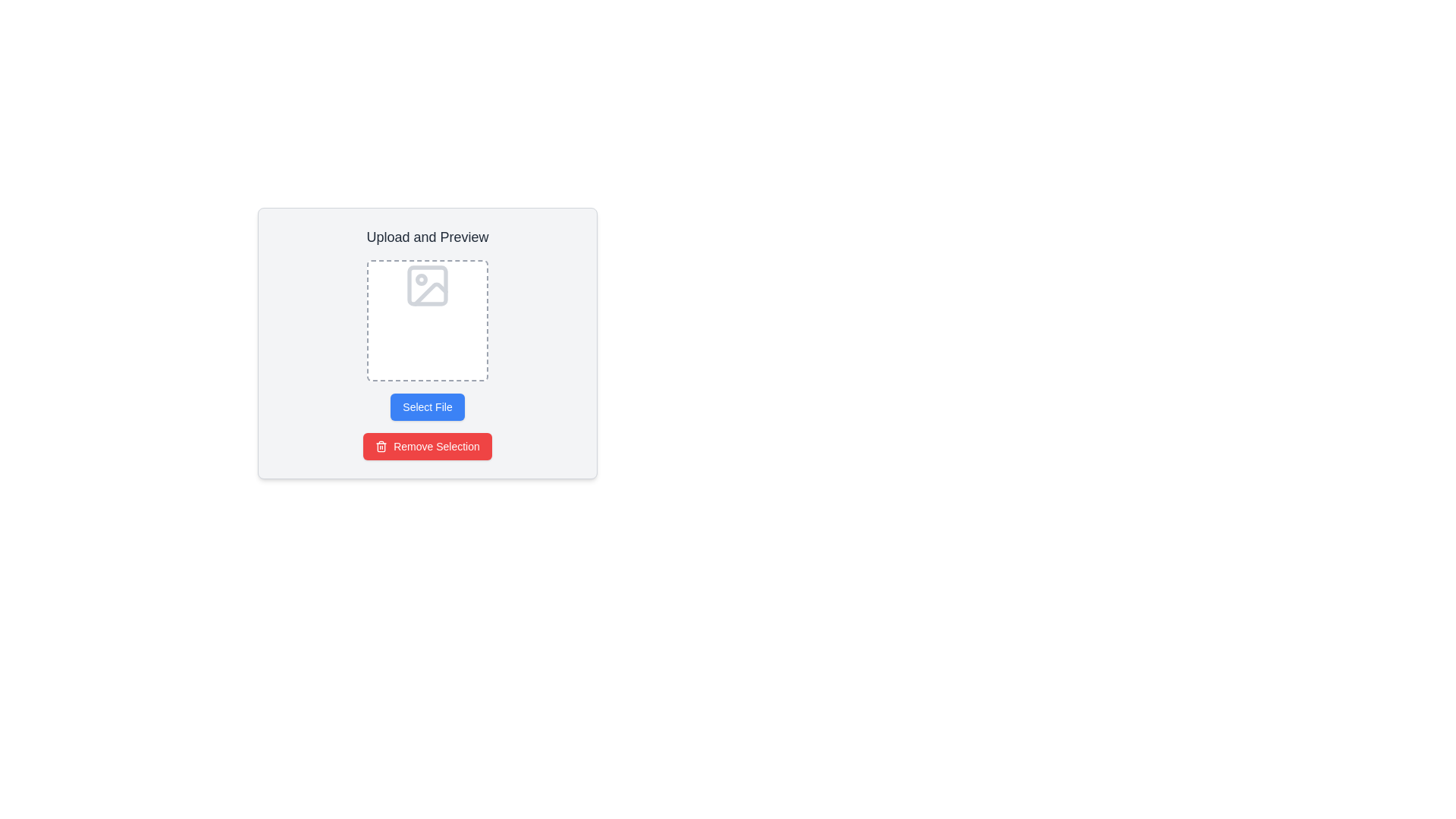  I want to click on the static text label that serves as a title or heading, providing context to the section, so click(426, 237).